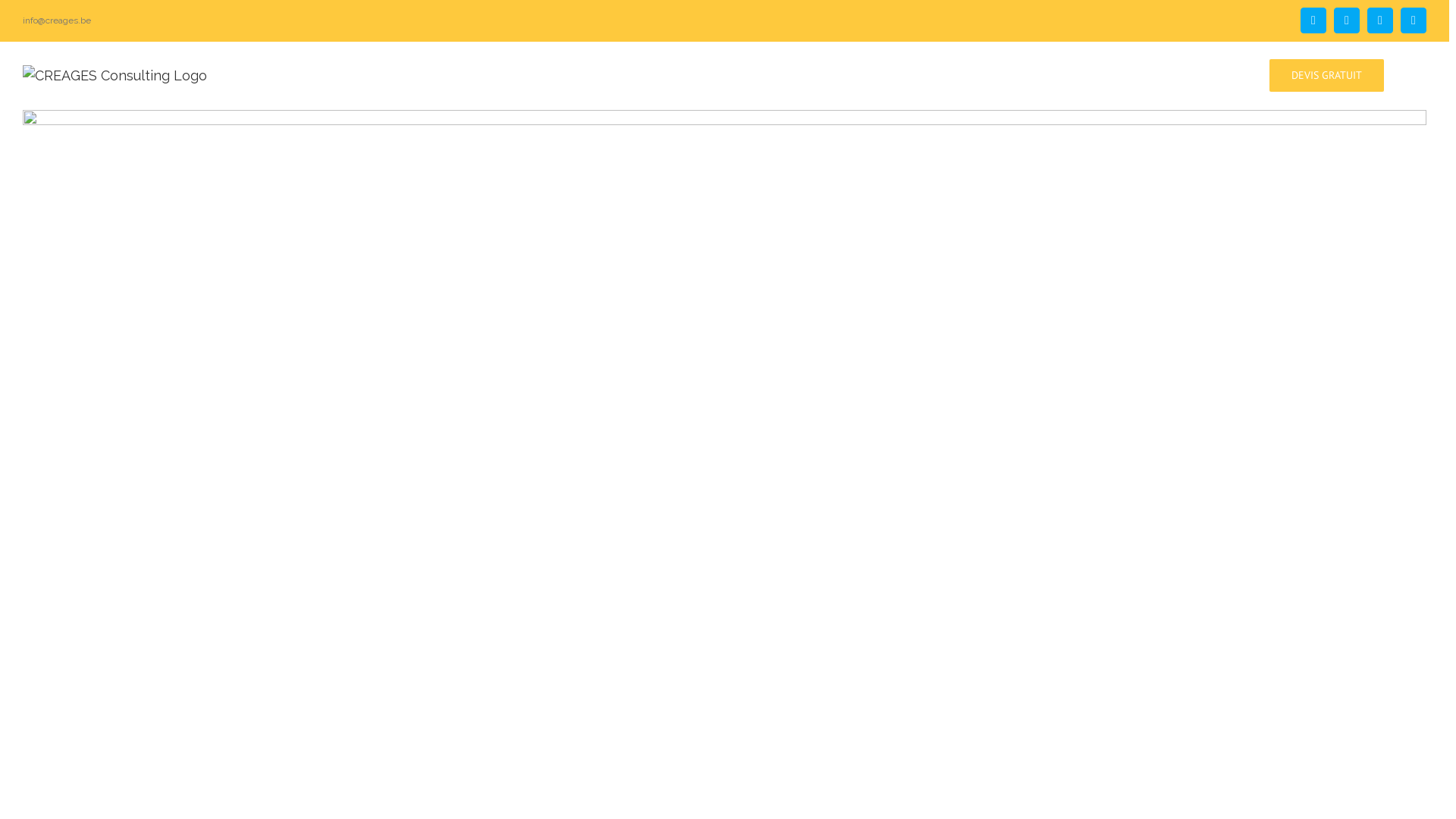 Image resolution: width=1456 pixels, height=819 pixels. What do you see at coordinates (703, 74) in the screenshot?
I see `'HOME'` at bounding box center [703, 74].